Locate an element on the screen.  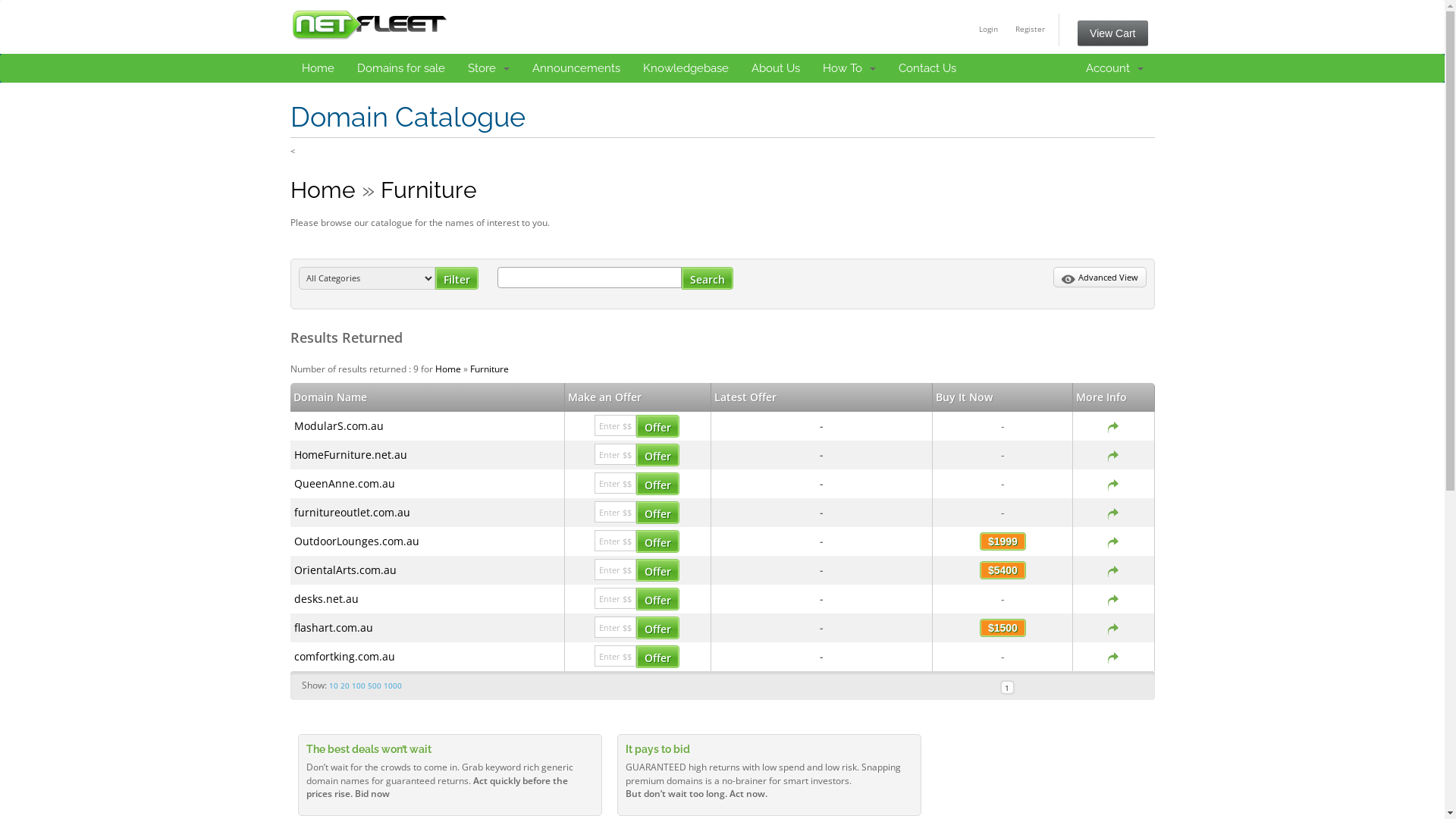
'Offer' is located at coordinates (636, 656).